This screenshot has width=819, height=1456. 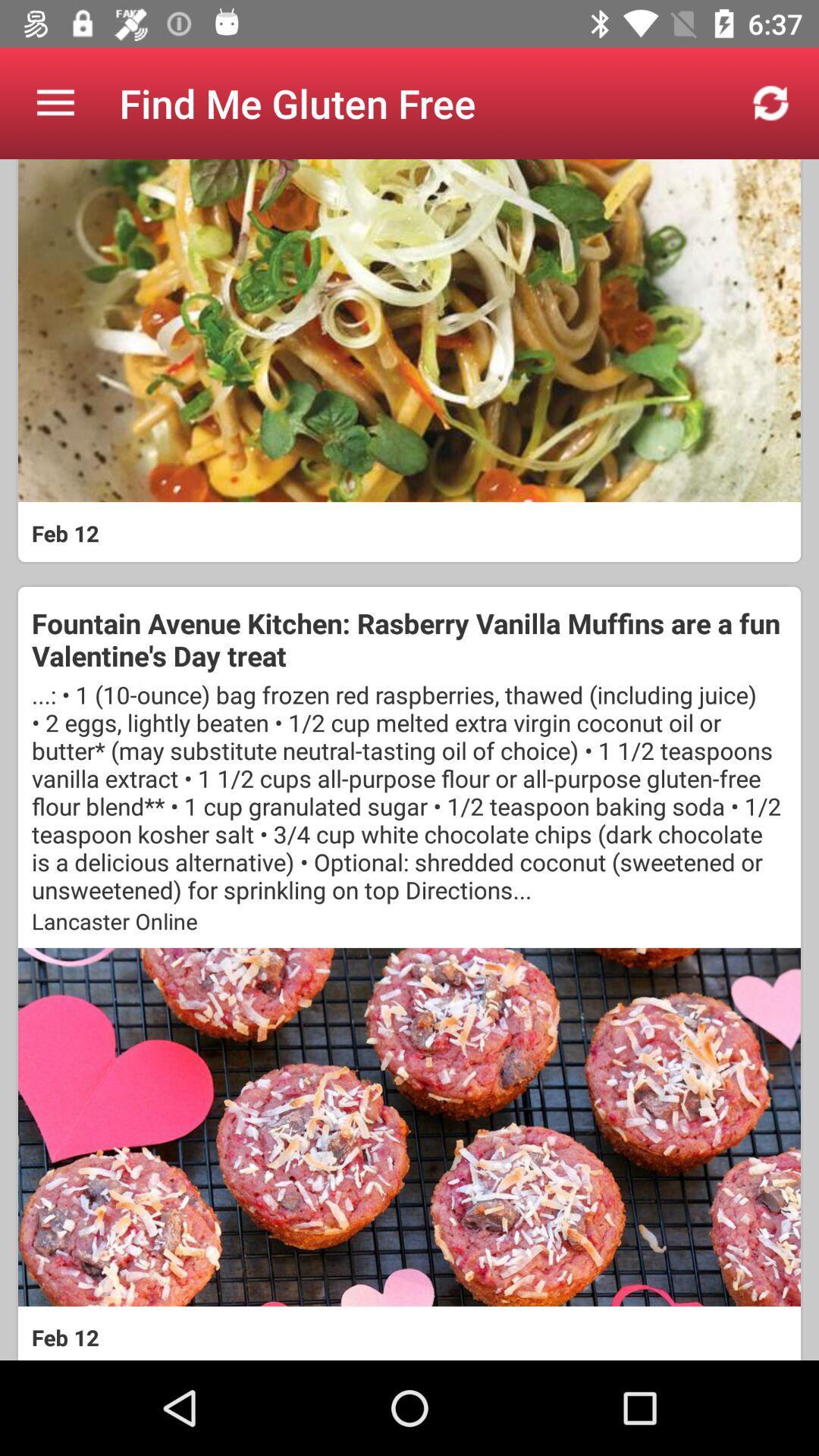 I want to click on the 1 10 ounce item, so click(x=409, y=791).